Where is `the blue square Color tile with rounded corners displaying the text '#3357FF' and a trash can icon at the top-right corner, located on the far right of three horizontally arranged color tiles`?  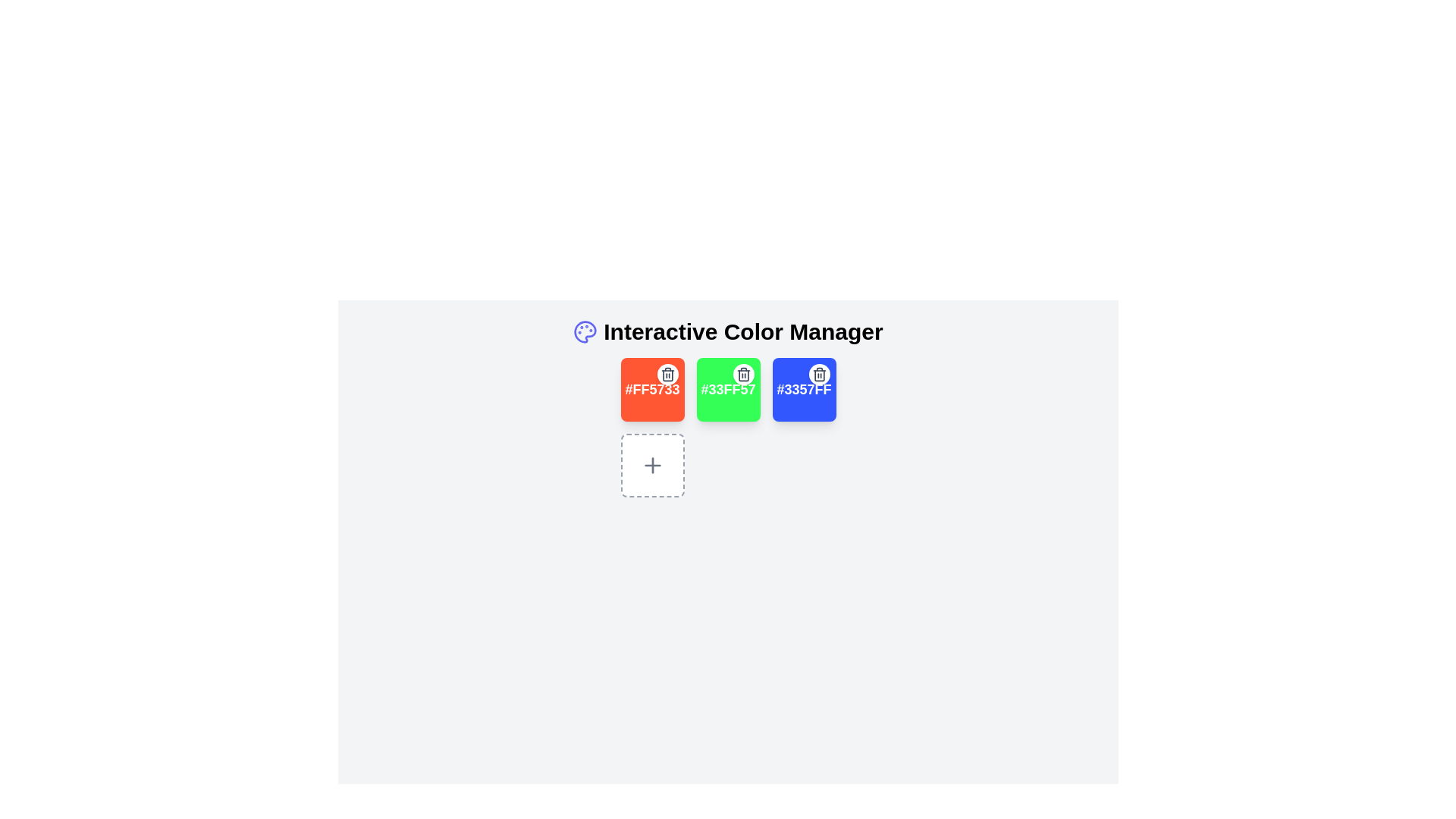
the blue square Color tile with rounded corners displaying the text '#3357FF' and a trash can icon at the top-right corner, located on the far right of three horizontally arranged color tiles is located at coordinates (803, 388).